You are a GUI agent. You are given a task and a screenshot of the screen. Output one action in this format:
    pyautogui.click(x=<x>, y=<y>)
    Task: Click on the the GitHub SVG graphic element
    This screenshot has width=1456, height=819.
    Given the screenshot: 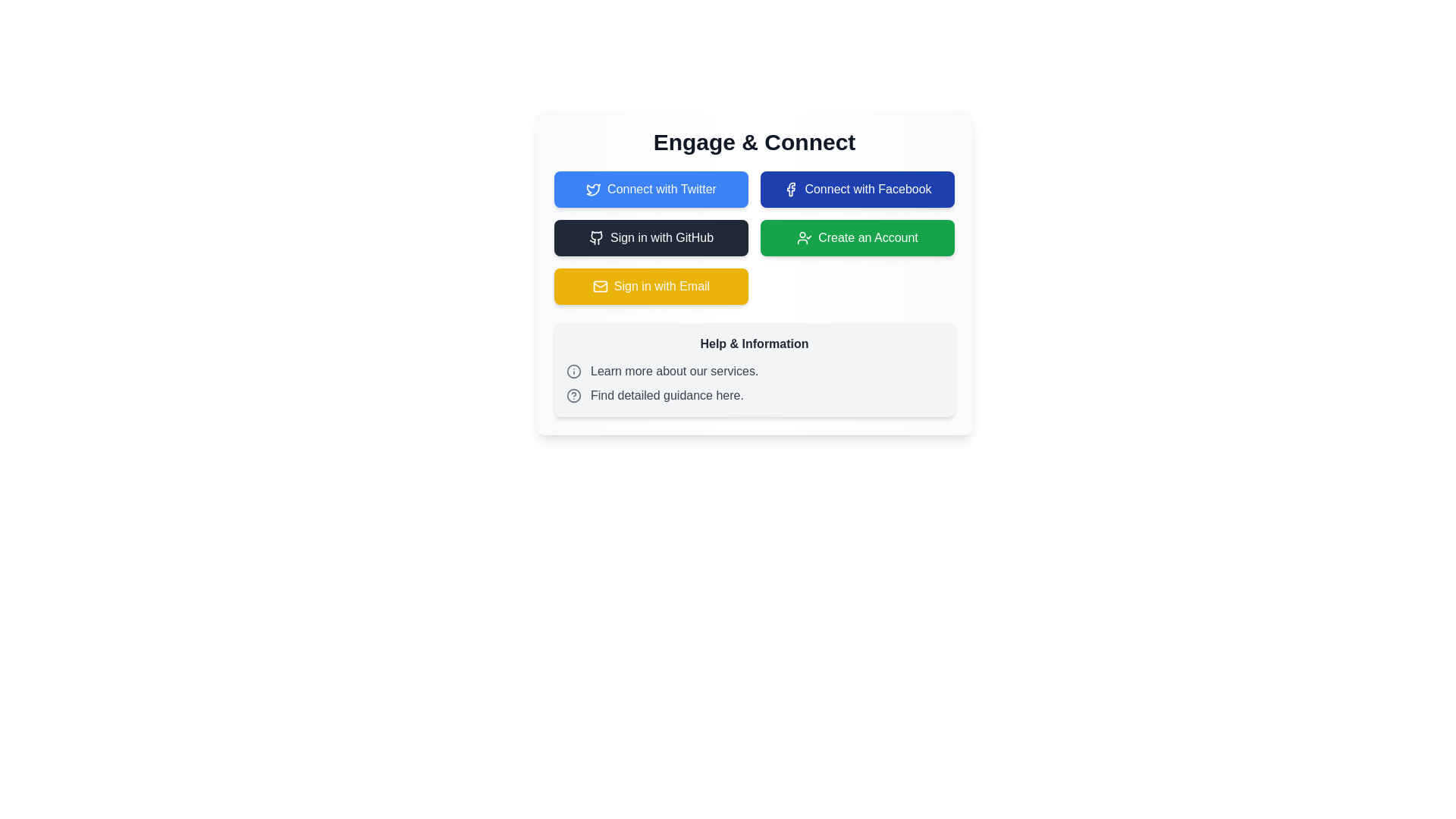 What is the action you would take?
    pyautogui.click(x=596, y=237)
    